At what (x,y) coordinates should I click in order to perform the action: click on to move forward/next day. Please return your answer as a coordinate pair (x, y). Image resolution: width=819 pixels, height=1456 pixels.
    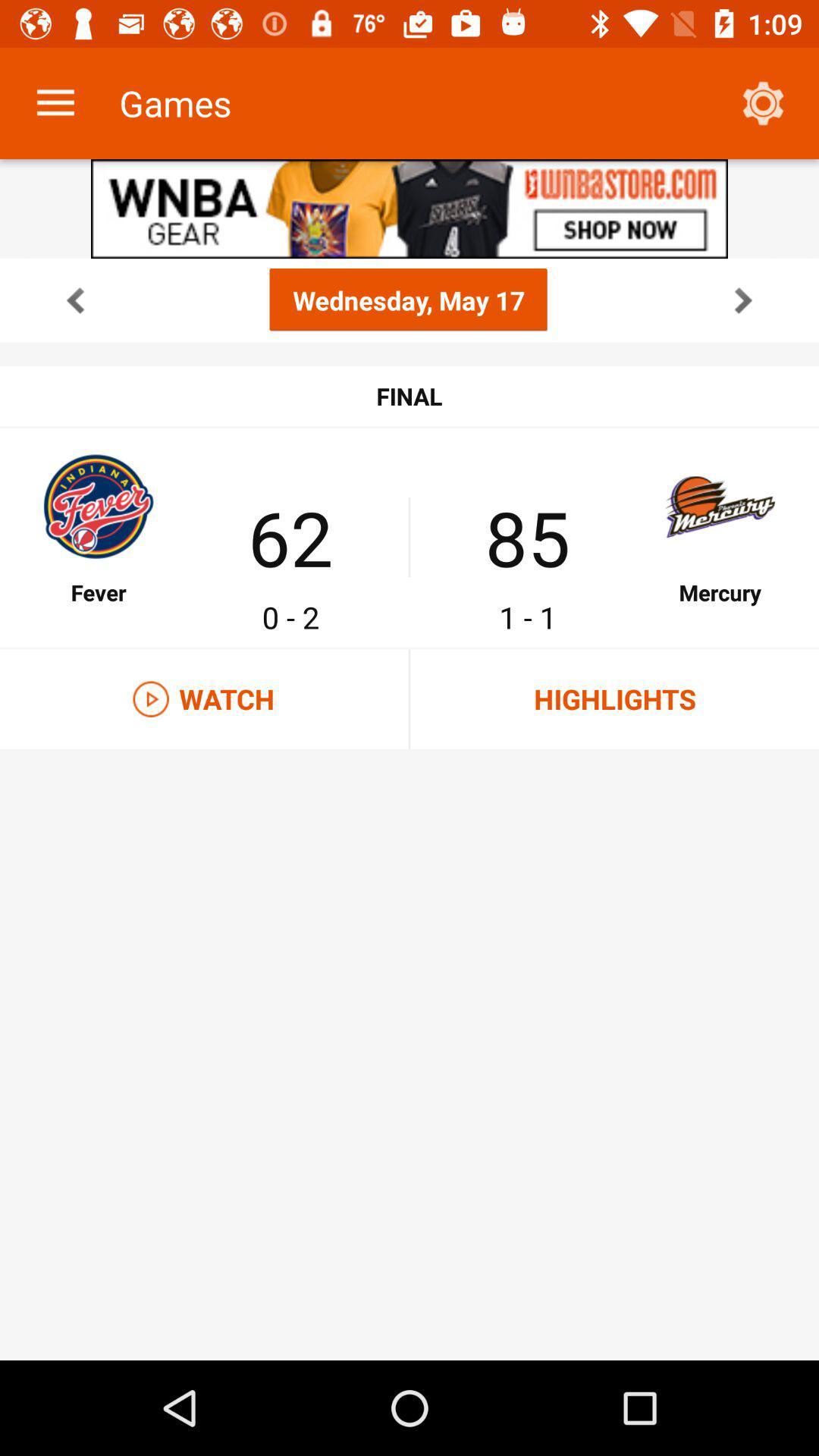
    Looking at the image, I should click on (742, 300).